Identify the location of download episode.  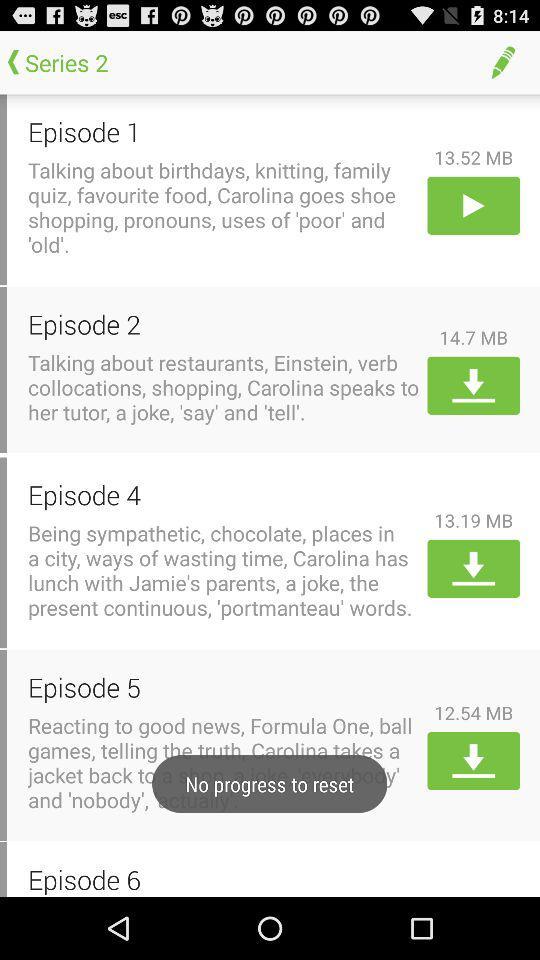
(472, 384).